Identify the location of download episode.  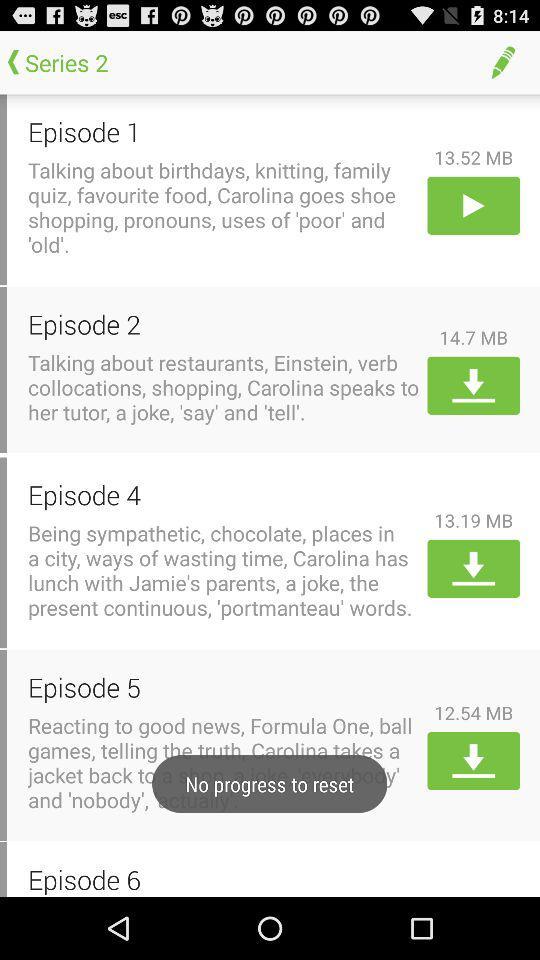
(472, 384).